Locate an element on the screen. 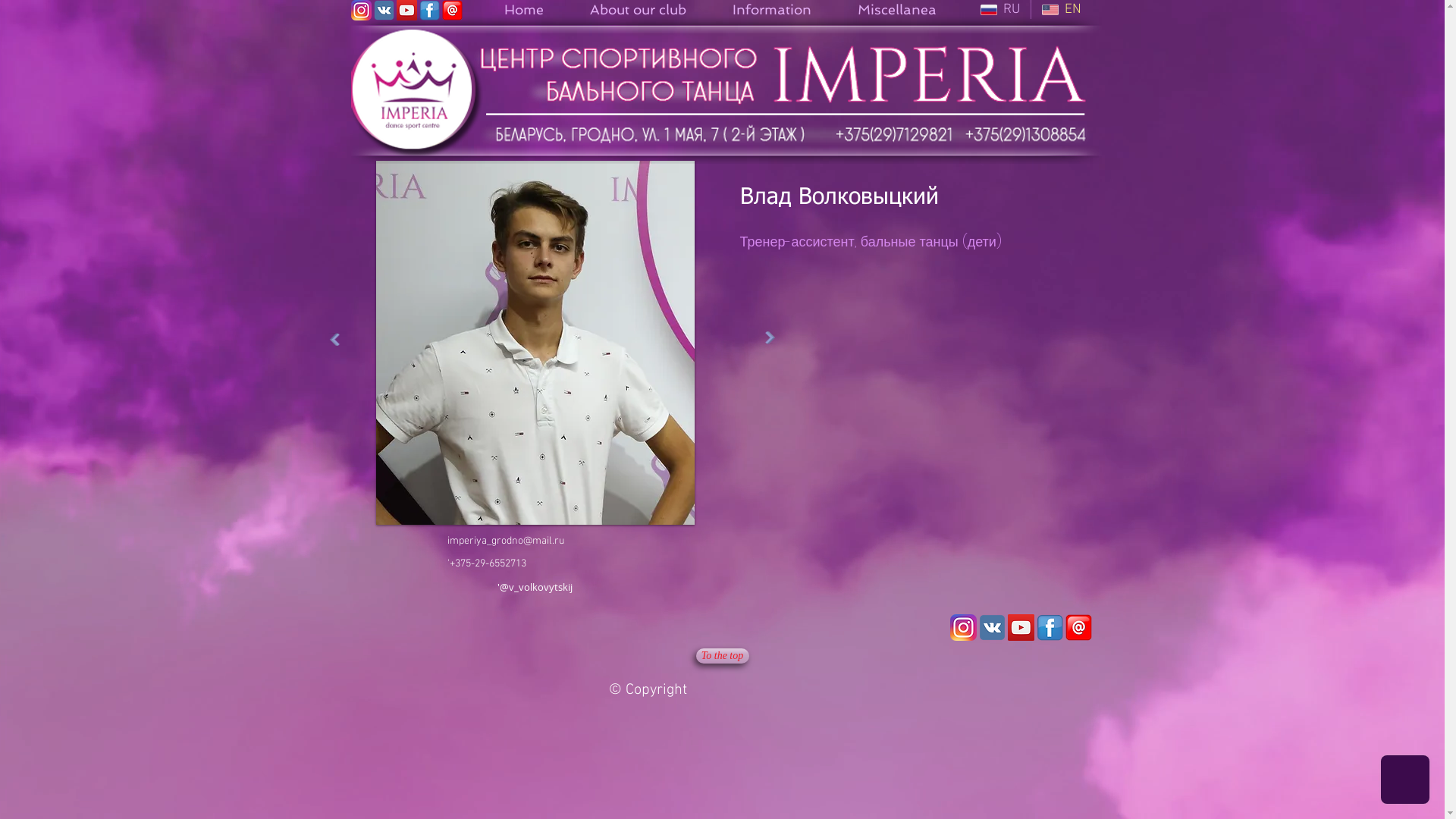  'EN' is located at coordinates (1060, 9).